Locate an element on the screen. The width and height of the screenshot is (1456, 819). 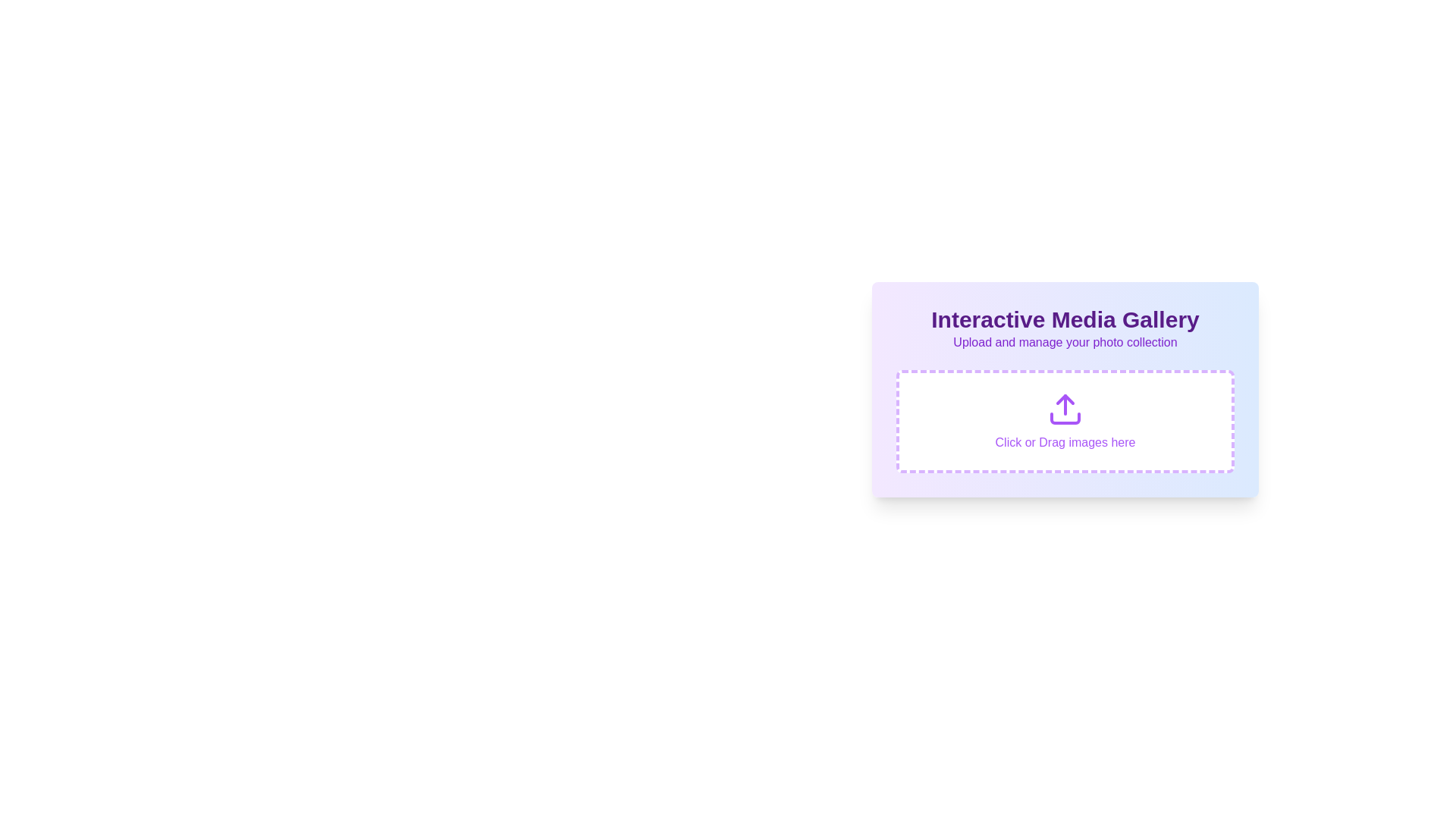
images is located at coordinates (1065, 421).